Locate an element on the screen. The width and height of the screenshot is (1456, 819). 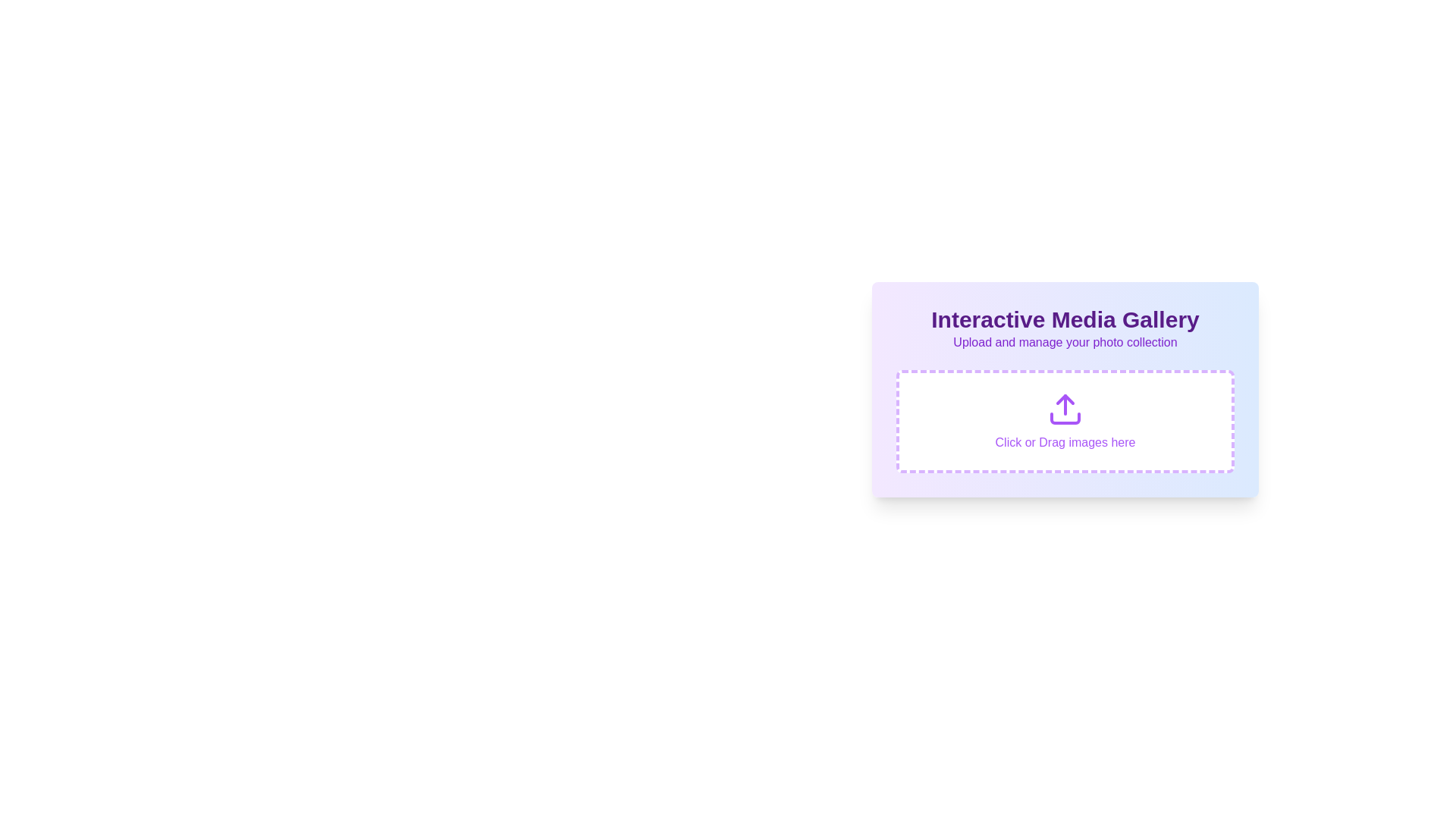
images is located at coordinates (1065, 421).